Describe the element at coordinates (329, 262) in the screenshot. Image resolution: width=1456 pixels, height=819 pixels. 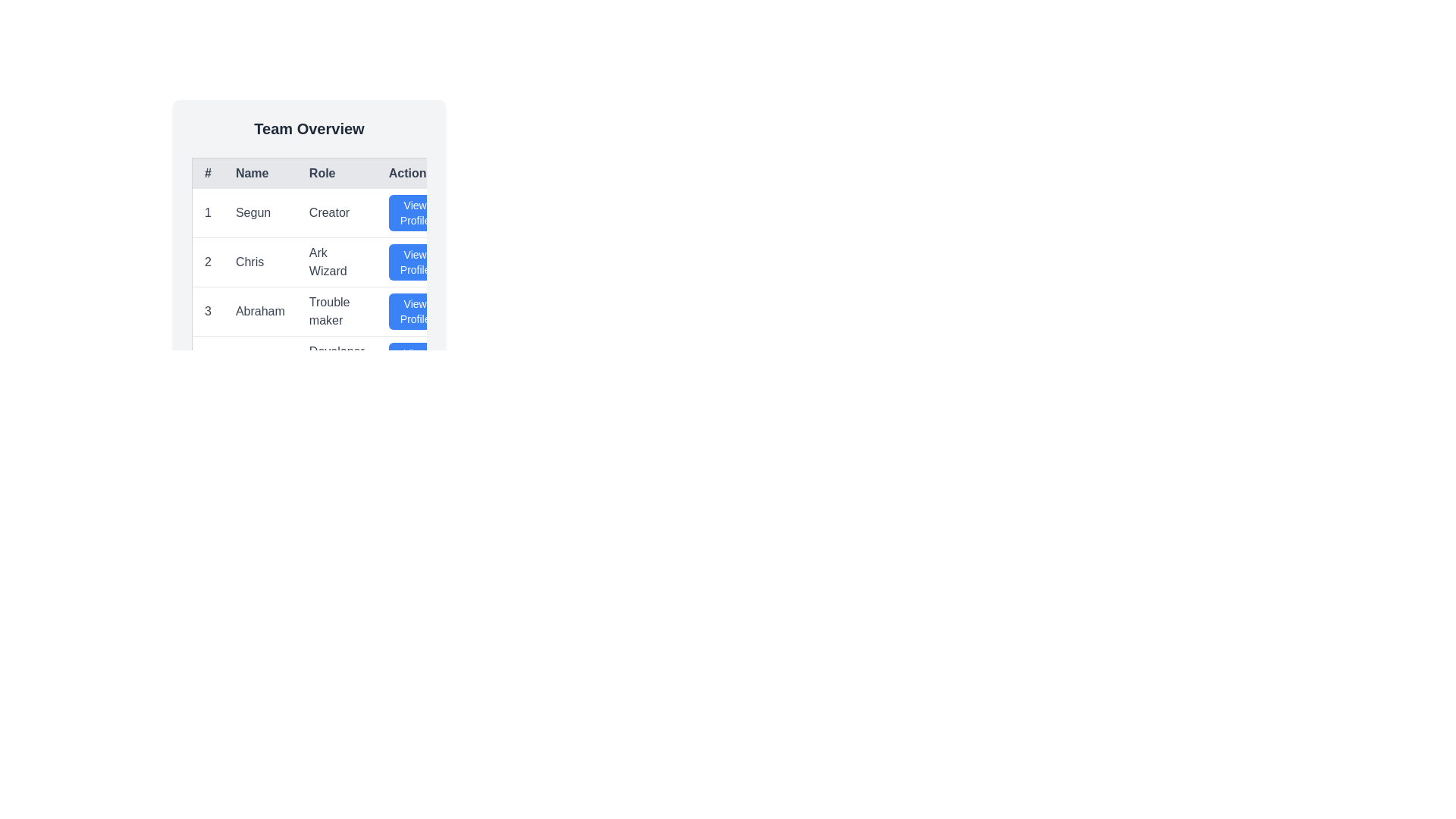
I see `the second row in the data table displaying '2 Chris Ark Wizard' with a 'View Profile' button` at that location.